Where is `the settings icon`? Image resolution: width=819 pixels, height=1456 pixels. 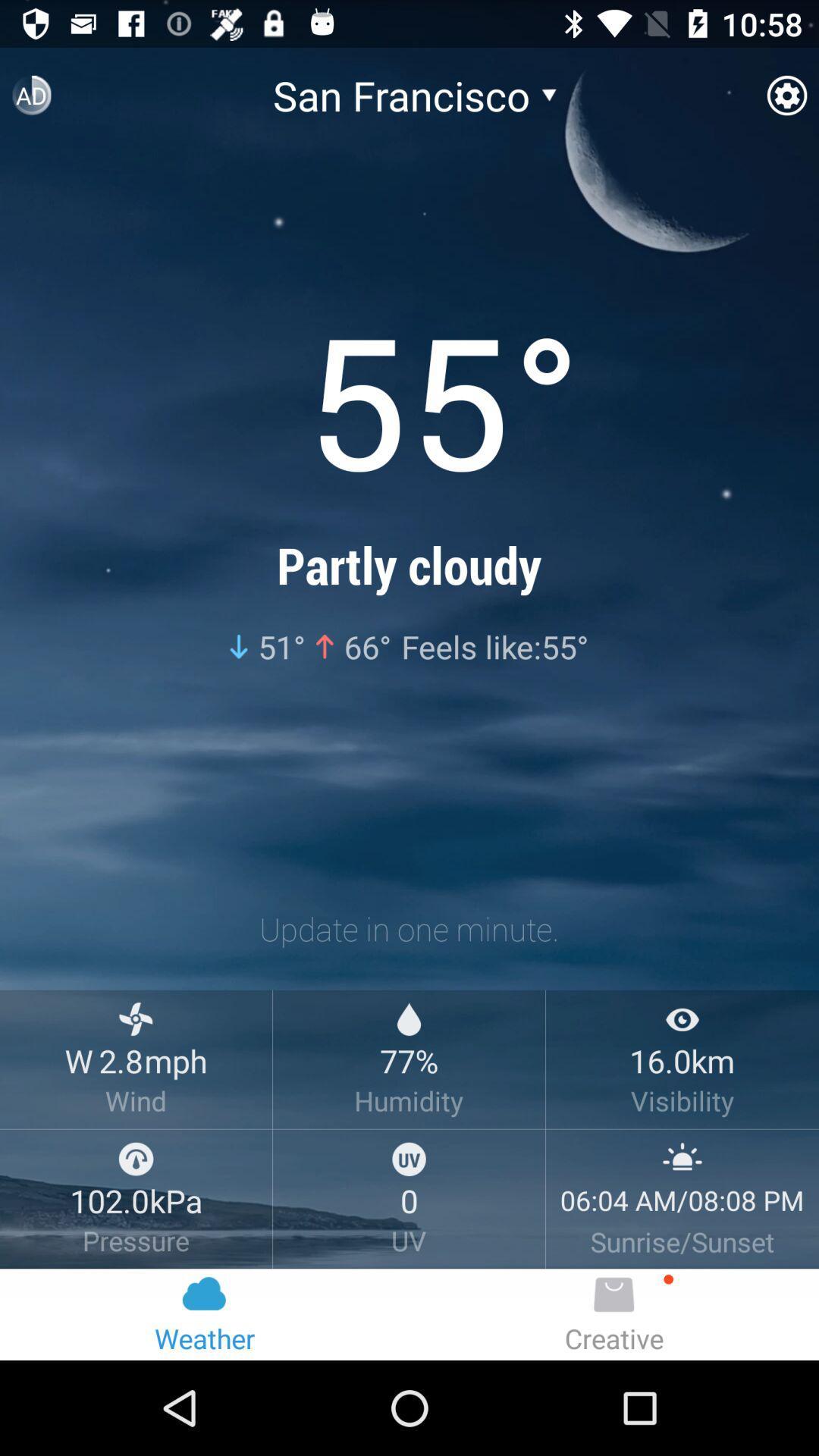
the settings icon is located at coordinates (786, 101).